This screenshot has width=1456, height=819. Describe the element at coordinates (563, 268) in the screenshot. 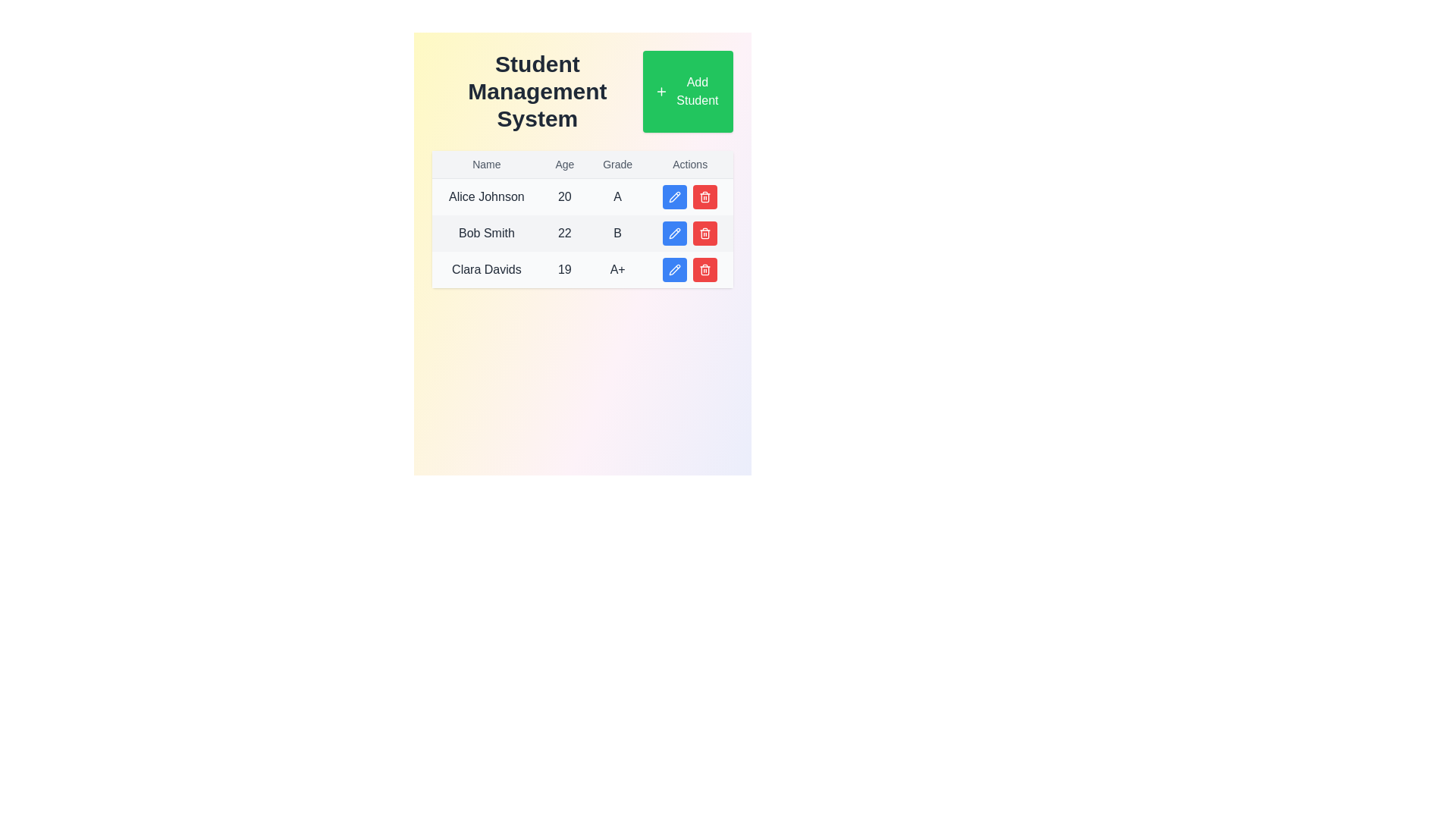

I see `the Text label displaying the age '19' in bold, located in the third row and second column of the table for student 'Clara Davids'` at that location.